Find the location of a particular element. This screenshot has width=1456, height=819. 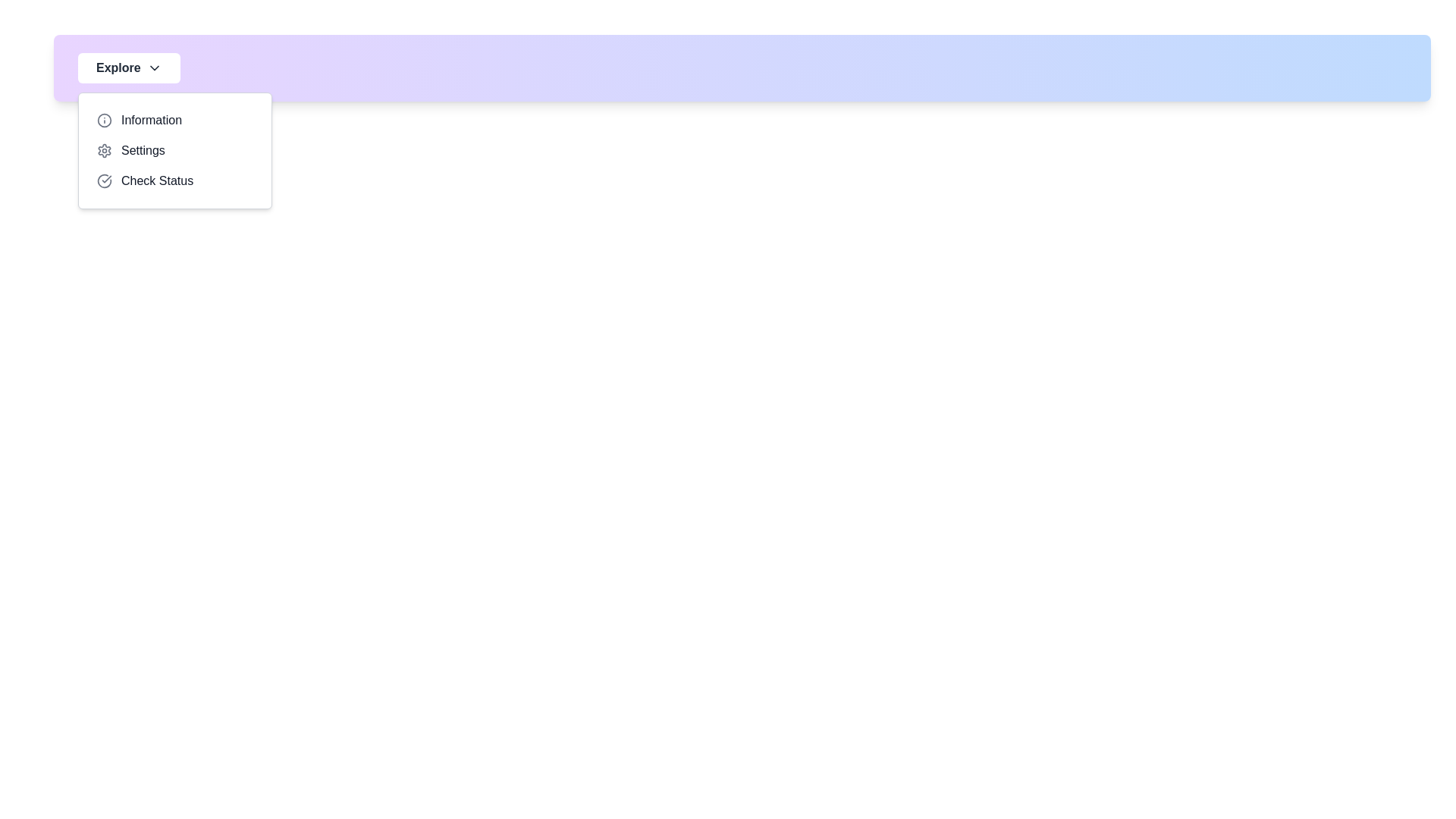

the 'Settings' menu item to select it is located at coordinates (174, 151).